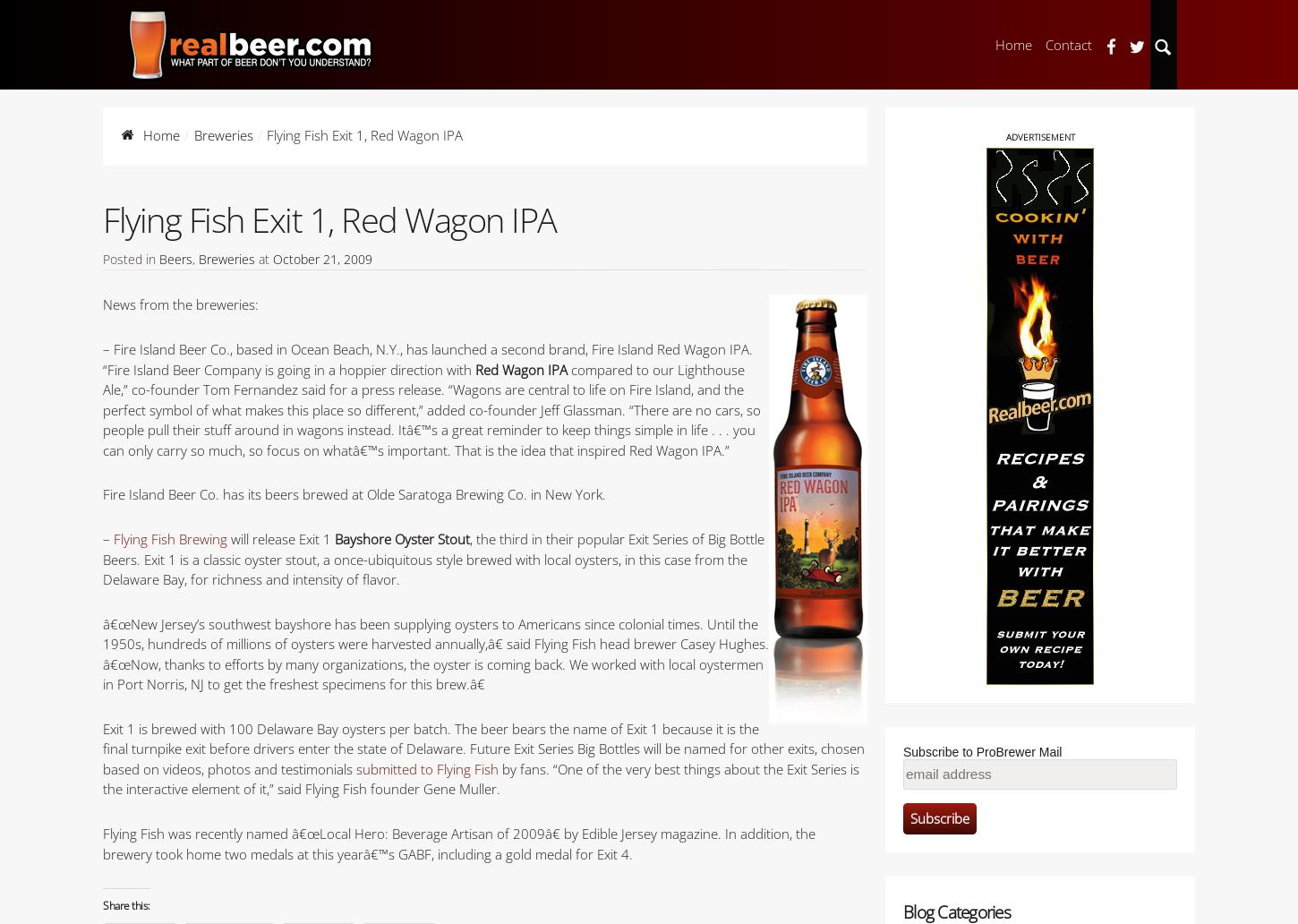  I want to click on 'Posted in', so click(102, 258).